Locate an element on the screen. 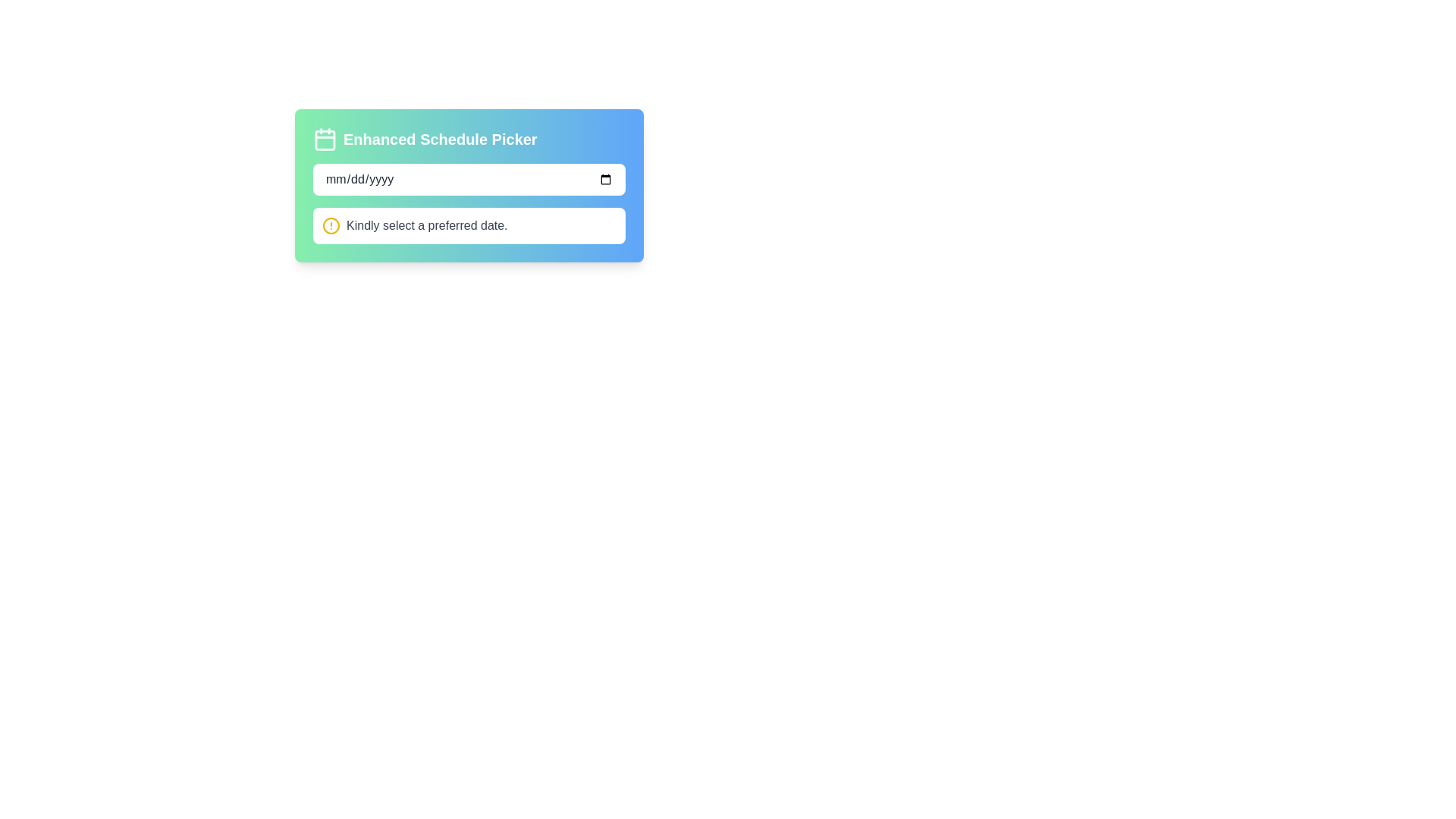 The width and height of the screenshot is (1456, 819). the calendar icon located at the top-left of the 'Enhanced Schedule Picker' card, which features a minimalist design with rounded corners and two vertical lines for dates is located at coordinates (324, 140).